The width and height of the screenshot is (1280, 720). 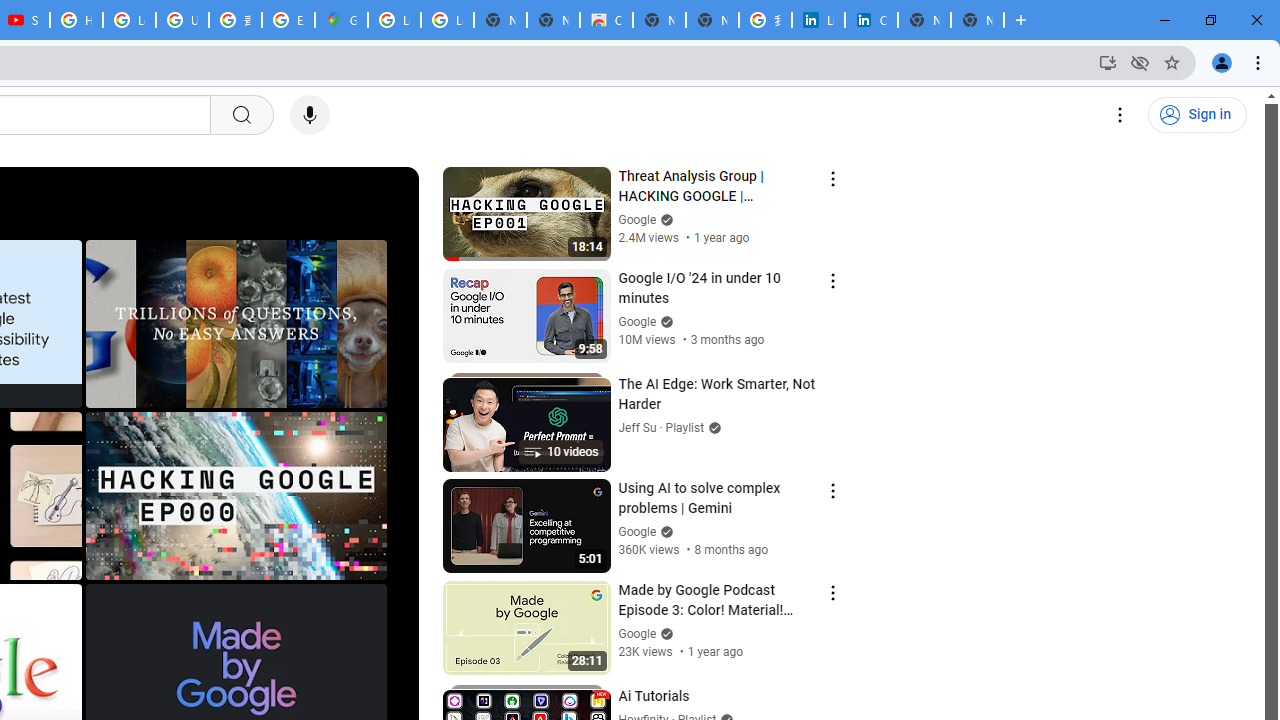 I want to click on 'Install YouTube', so click(x=1106, y=61).